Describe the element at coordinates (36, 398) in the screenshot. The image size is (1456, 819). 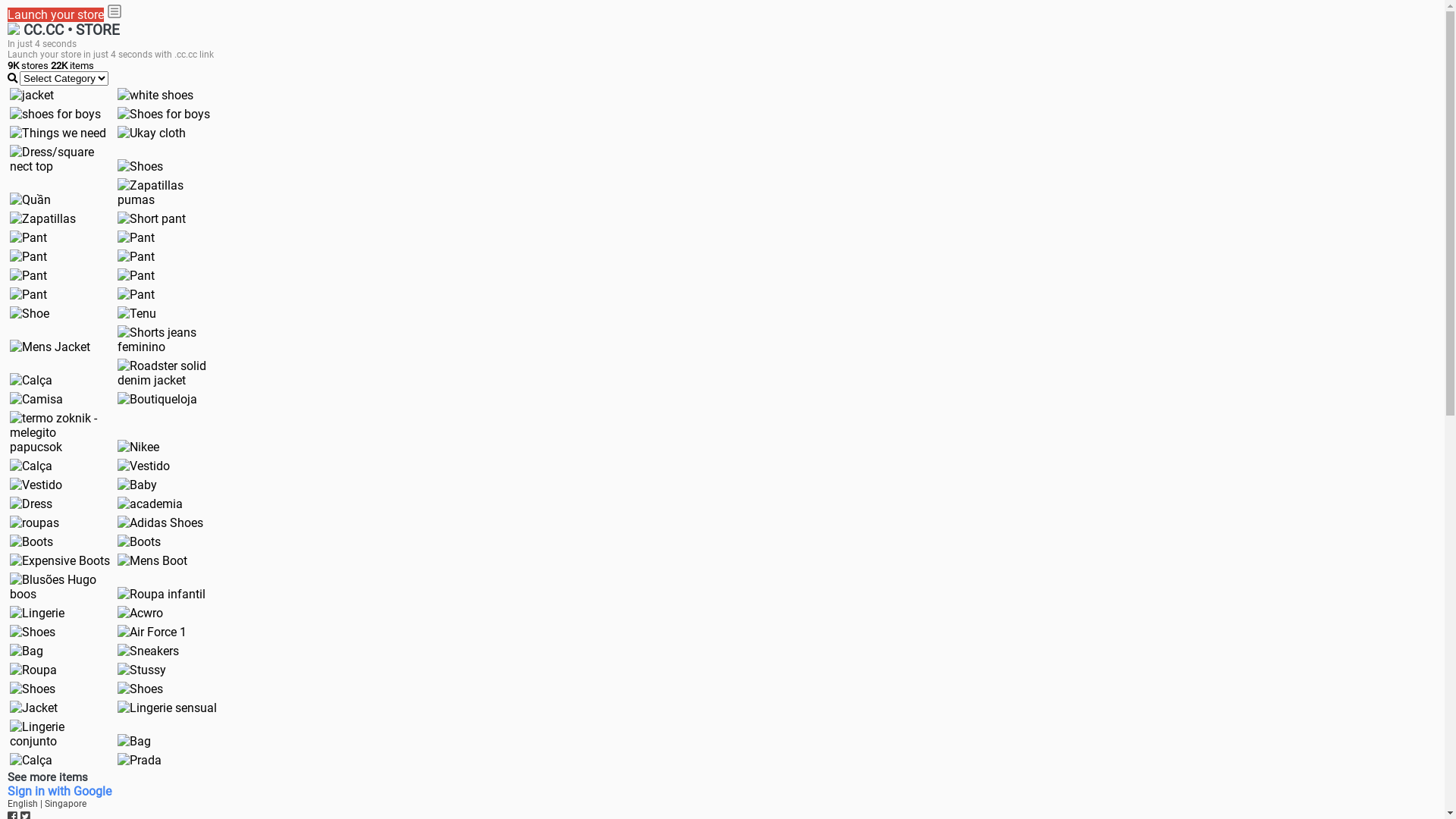
I see `'Camisa'` at that location.